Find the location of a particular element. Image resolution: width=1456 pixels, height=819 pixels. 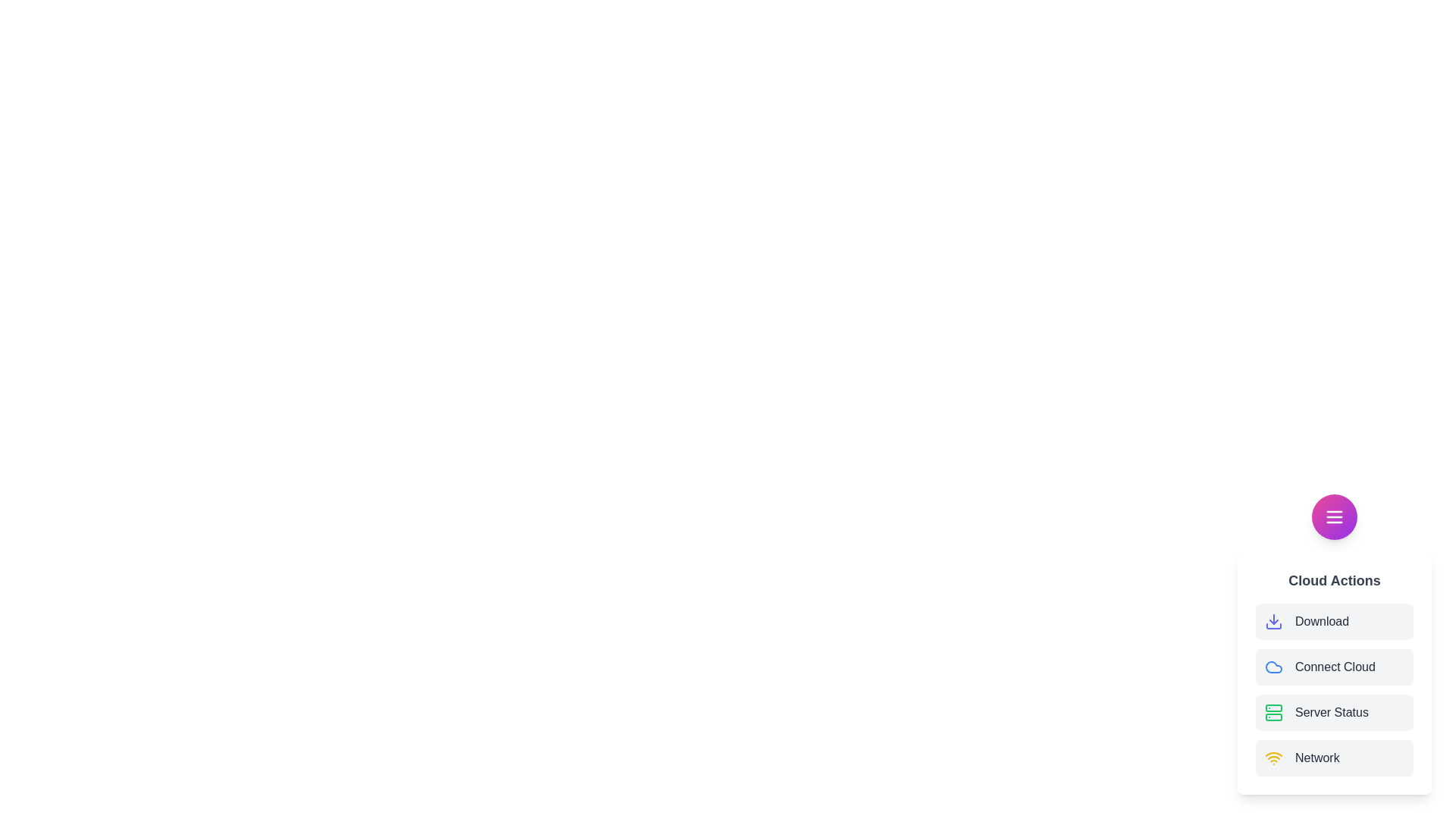

the utility action Download from the menu is located at coordinates (1335, 622).